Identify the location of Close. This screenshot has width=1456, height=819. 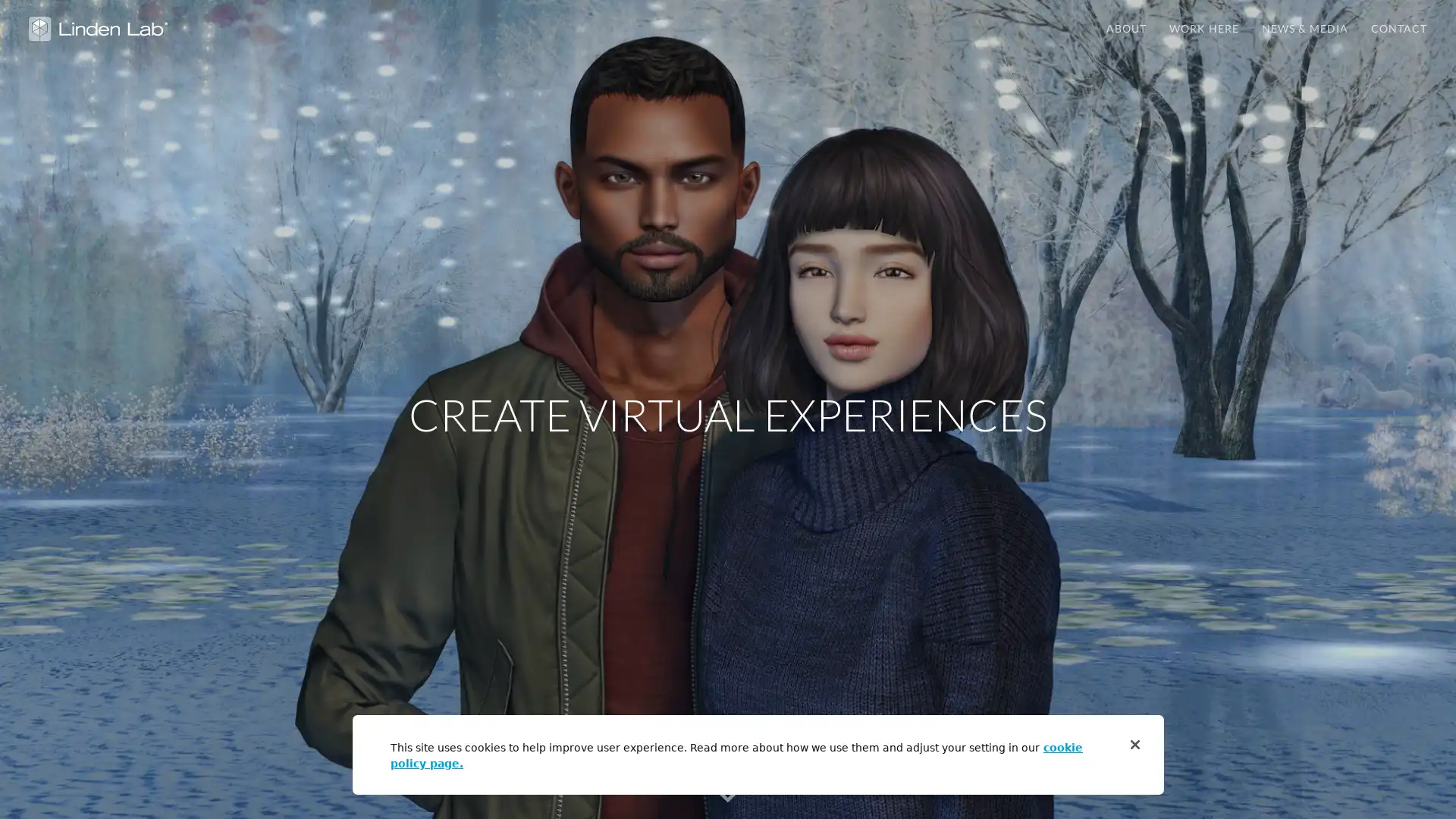
(1135, 744).